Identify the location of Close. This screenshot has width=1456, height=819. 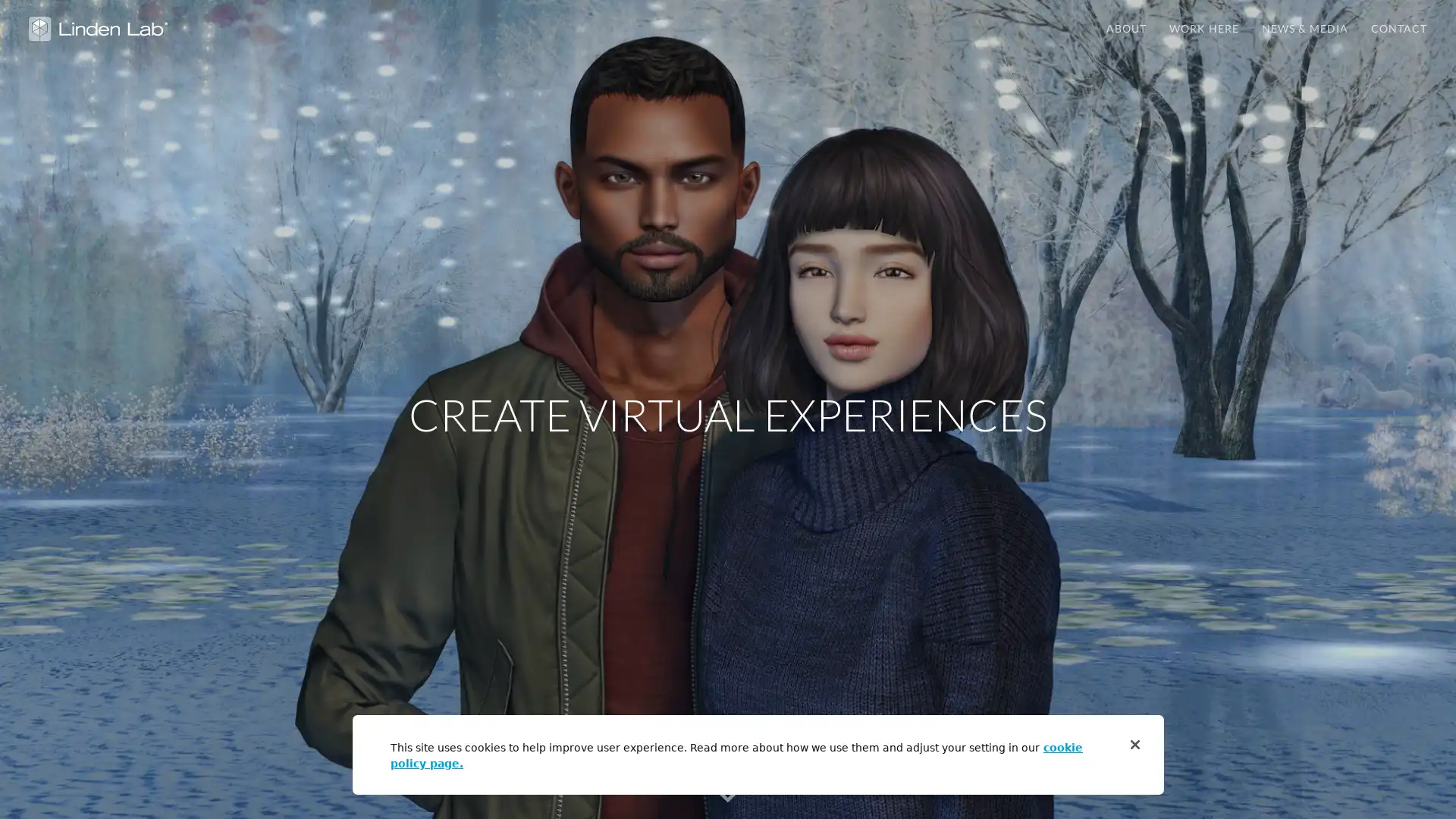
(1135, 744).